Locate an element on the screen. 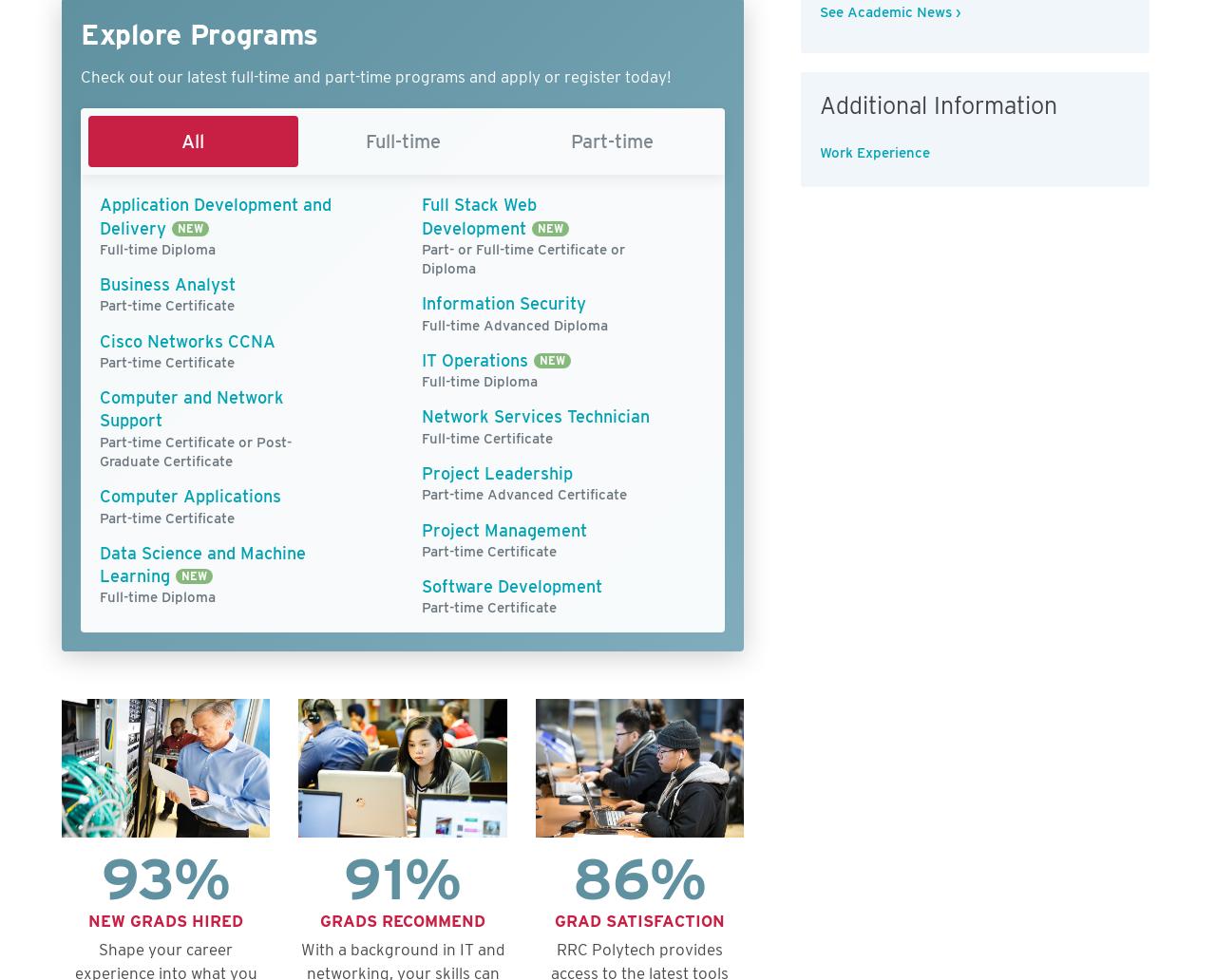  '86%' is located at coordinates (639, 876).